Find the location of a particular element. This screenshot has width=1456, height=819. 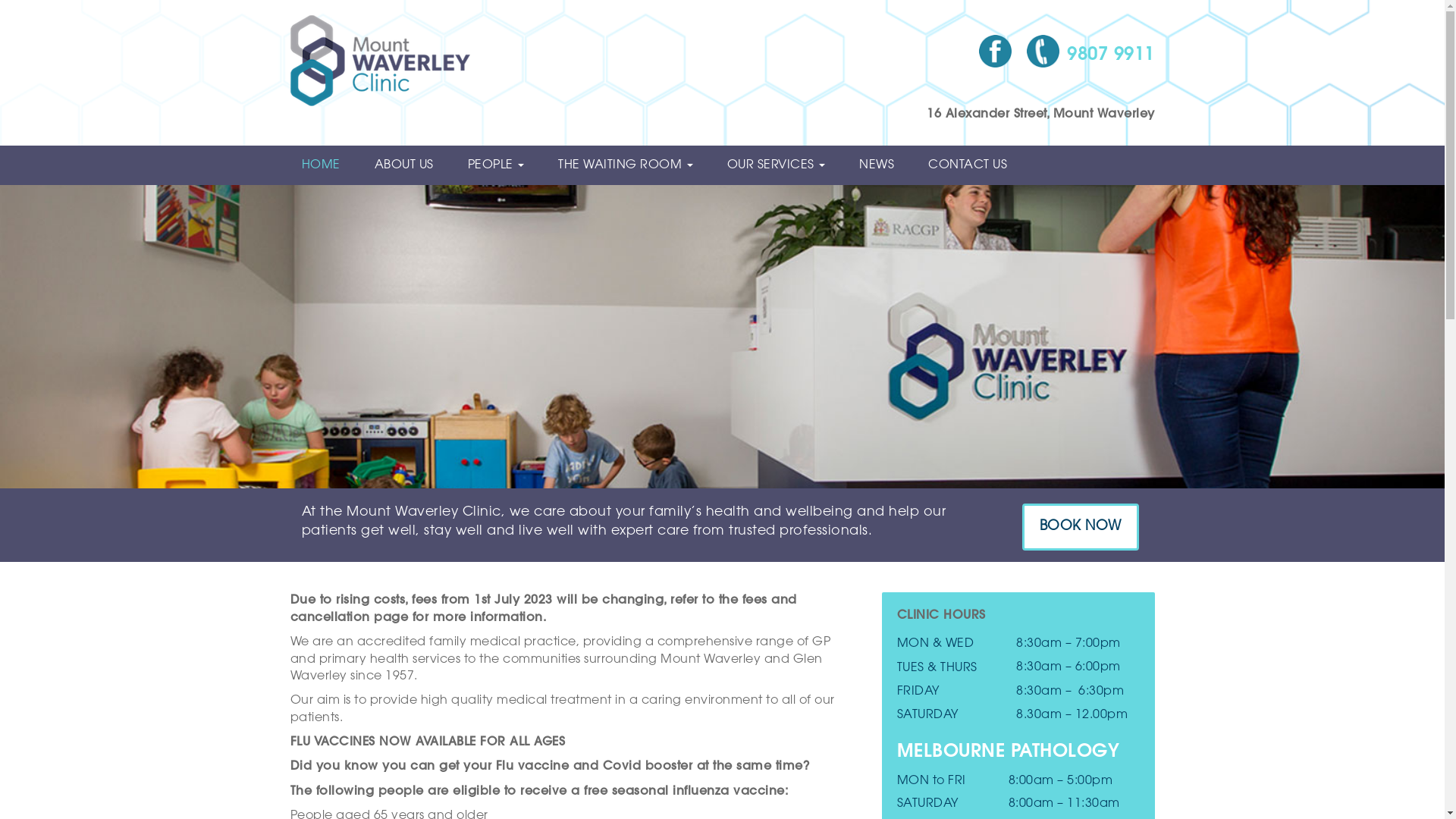

'THE WAITING ROOM' is located at coordinates (631, 165).